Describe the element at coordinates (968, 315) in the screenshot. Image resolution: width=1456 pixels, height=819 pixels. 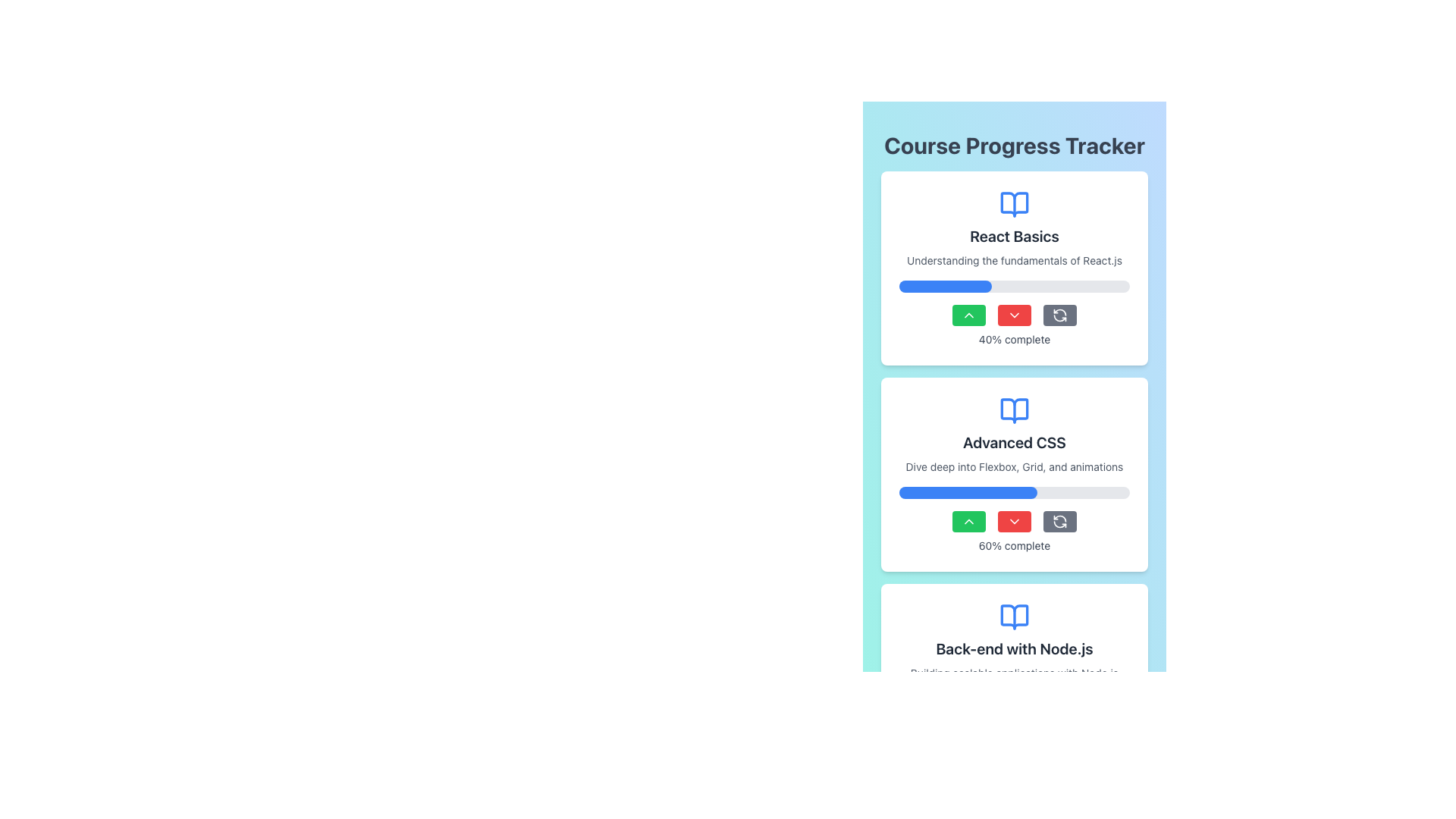
I see `the first button in the horizontal set located in the 'React Basics' section of the course tracker interface` at that location.